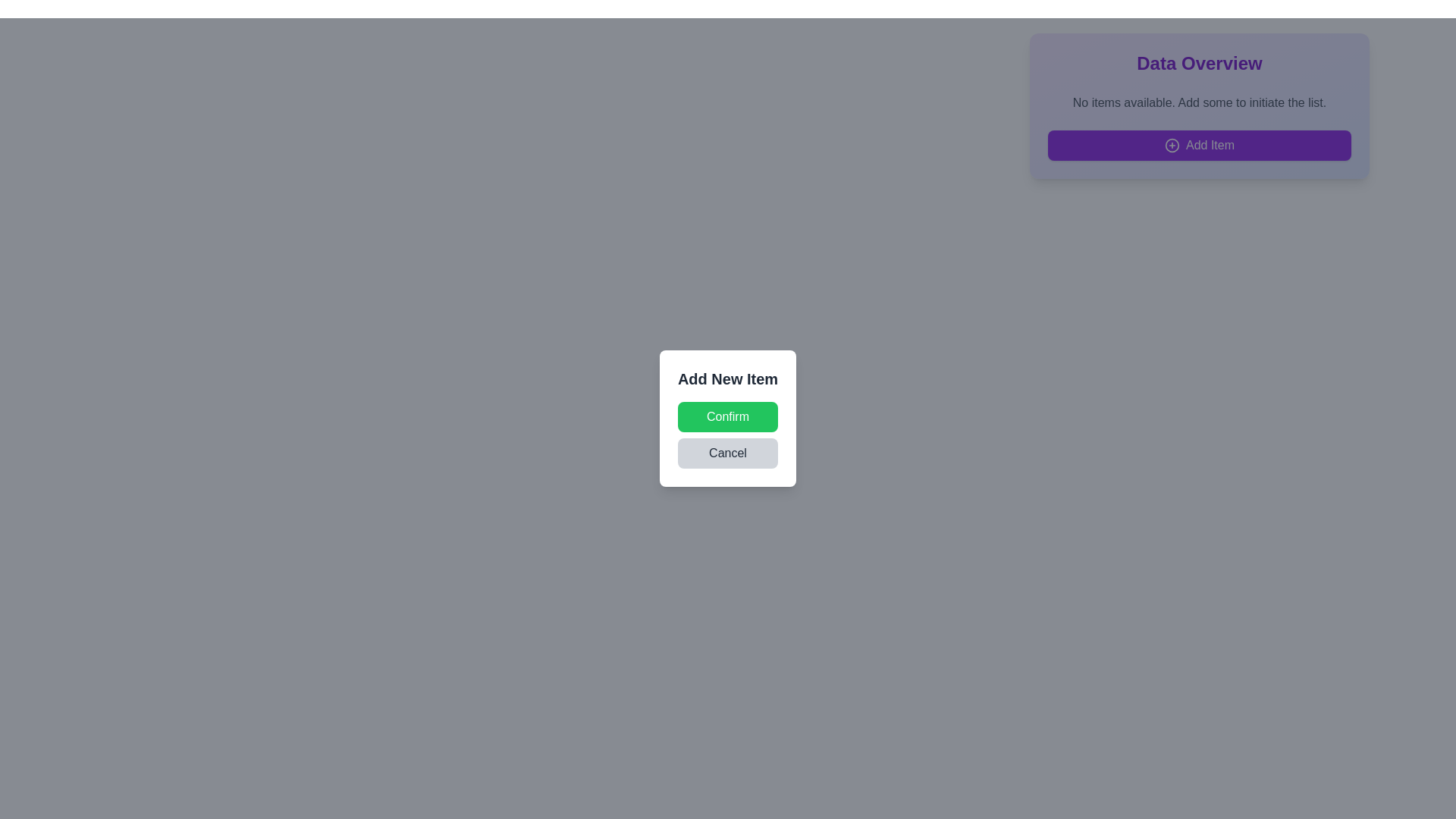 This screenshot has height=819, width=1456. What do you see at coordinates (728, 452) in the screenshot?
I see `the second button in the vertical sequence within the modal dialog box` at bounding box center [728, 452].